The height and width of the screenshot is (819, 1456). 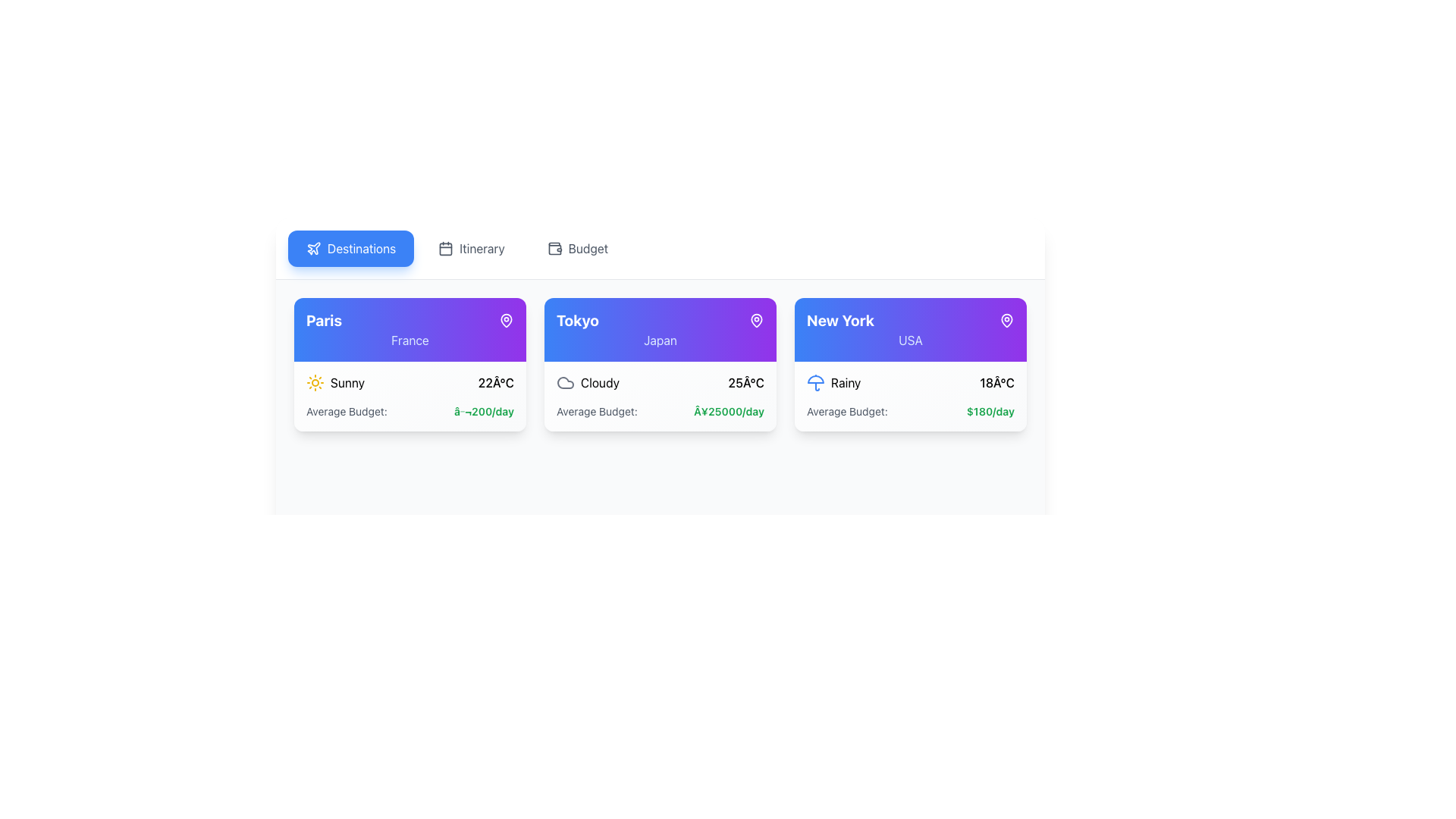 What do you see at coordinates (729, 412) in the screenshot?
I see `text from the Text Label displaying '¥25000/day', which is styled in green and bold, located to the right of 'Average Budget:' on the budget card for Tokyo` at bounding box center [729, 412].